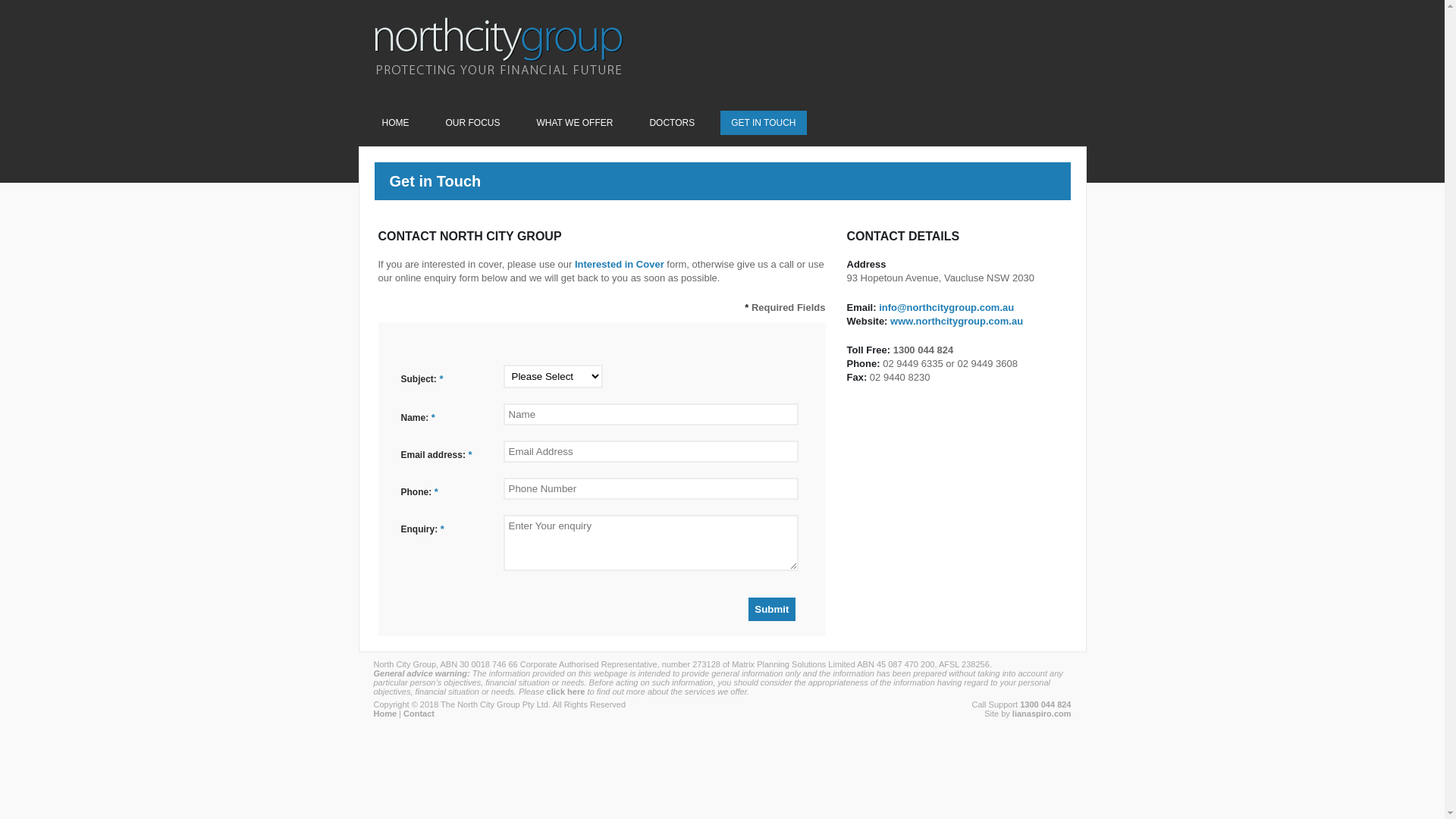 This screenshot has width=1456, height=819. I want to click on 'Contact', so click(419, 714).